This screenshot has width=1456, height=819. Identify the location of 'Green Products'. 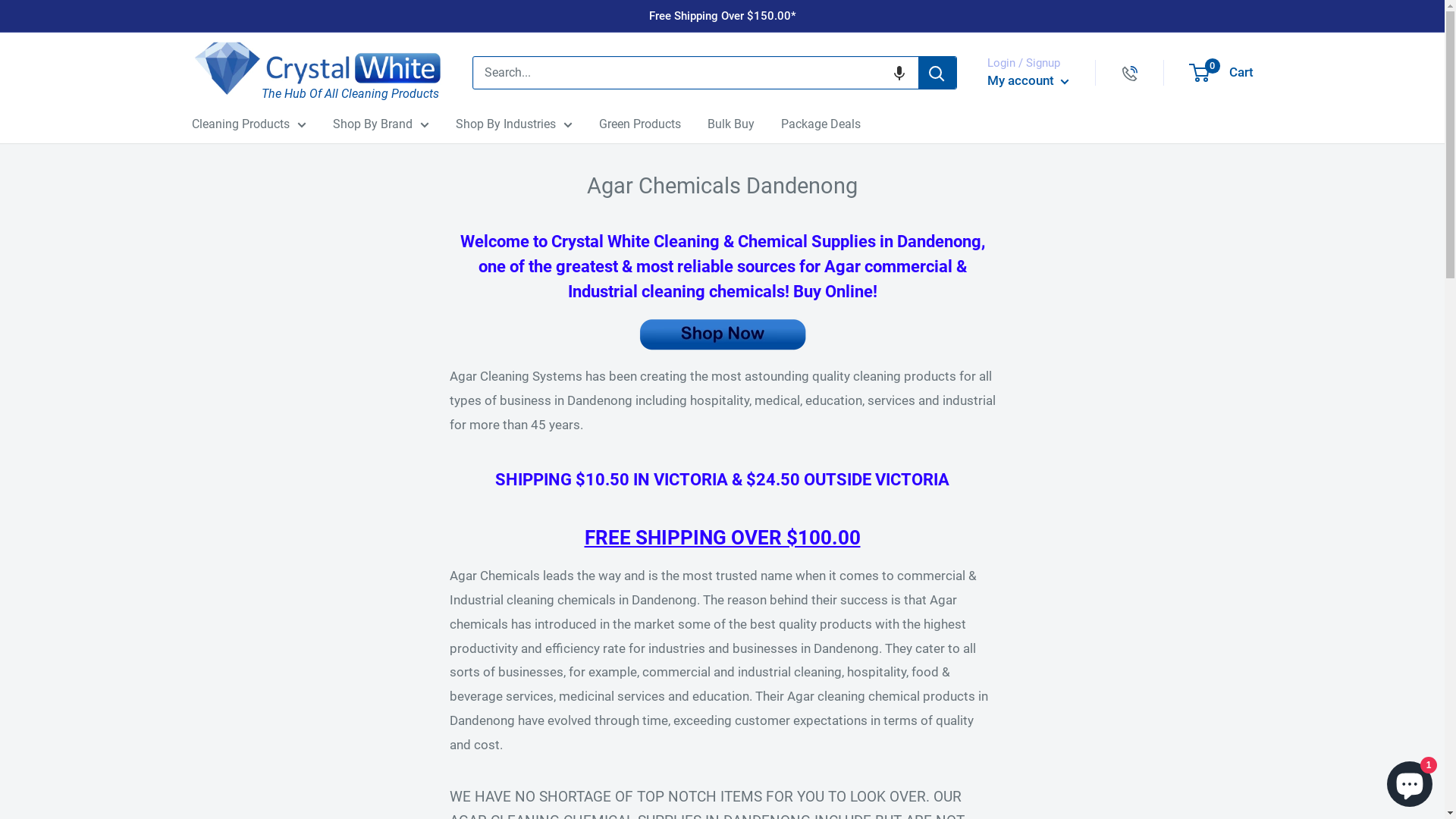
(640, 124).